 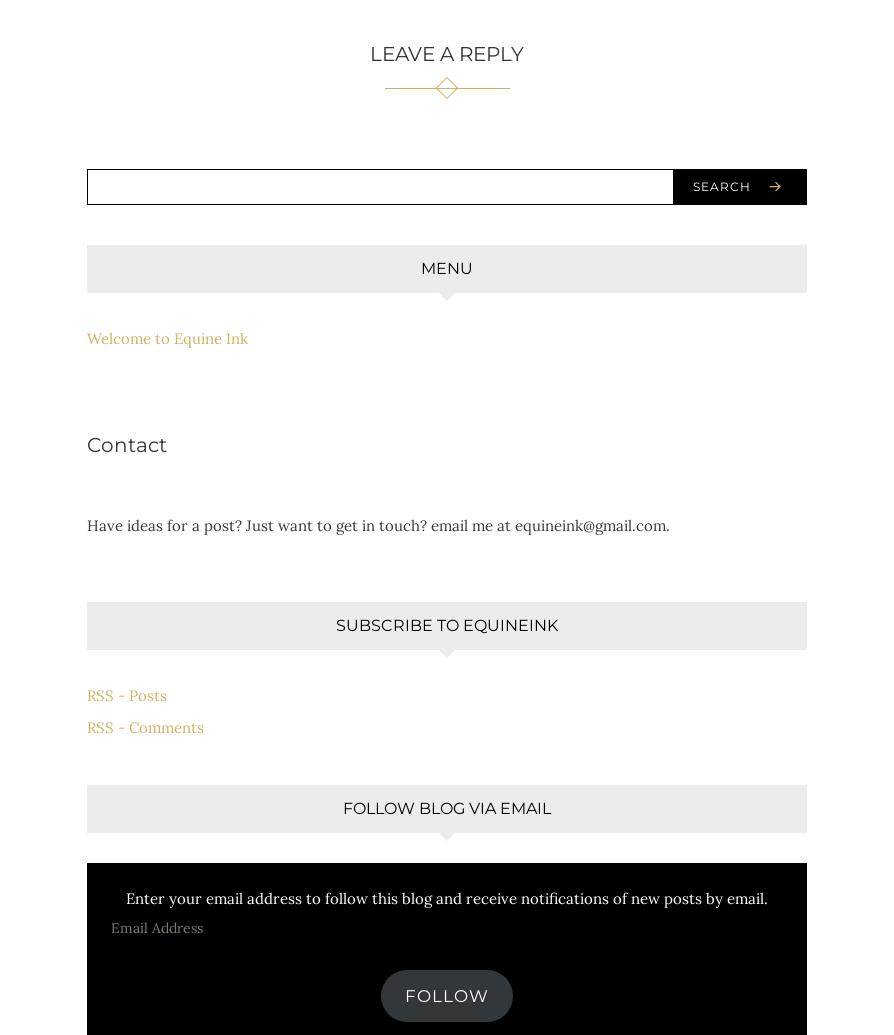 What do you see at coordinates (447, 896) in the screenshot?
I see `'Enter your email address to follow this blog and receive notifications of new posts by email.'` at bounding box center [447, 896].